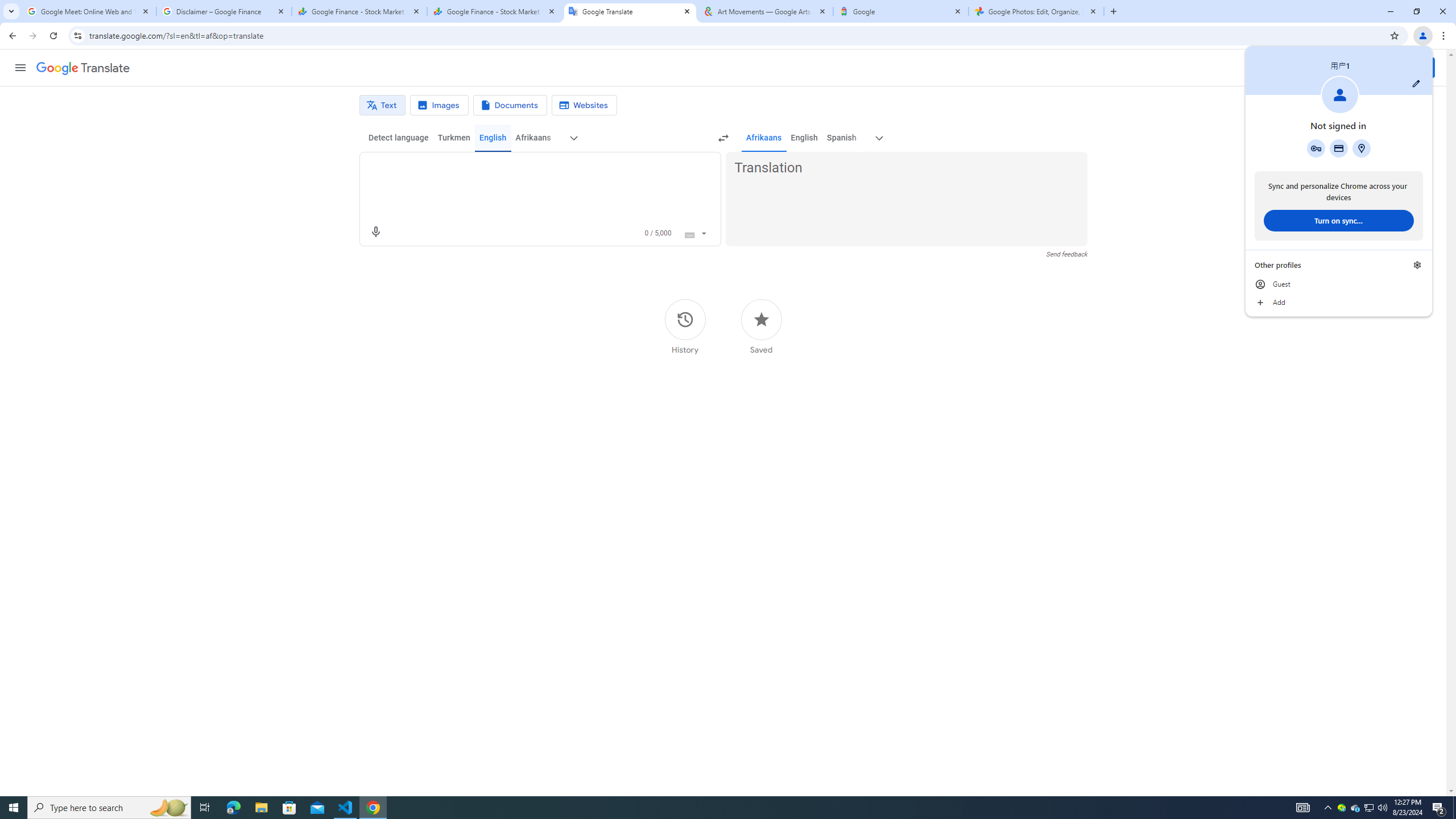 This screenshot has width=1456, height=819. I want to click on 'Google Translate', so click(630, 11).